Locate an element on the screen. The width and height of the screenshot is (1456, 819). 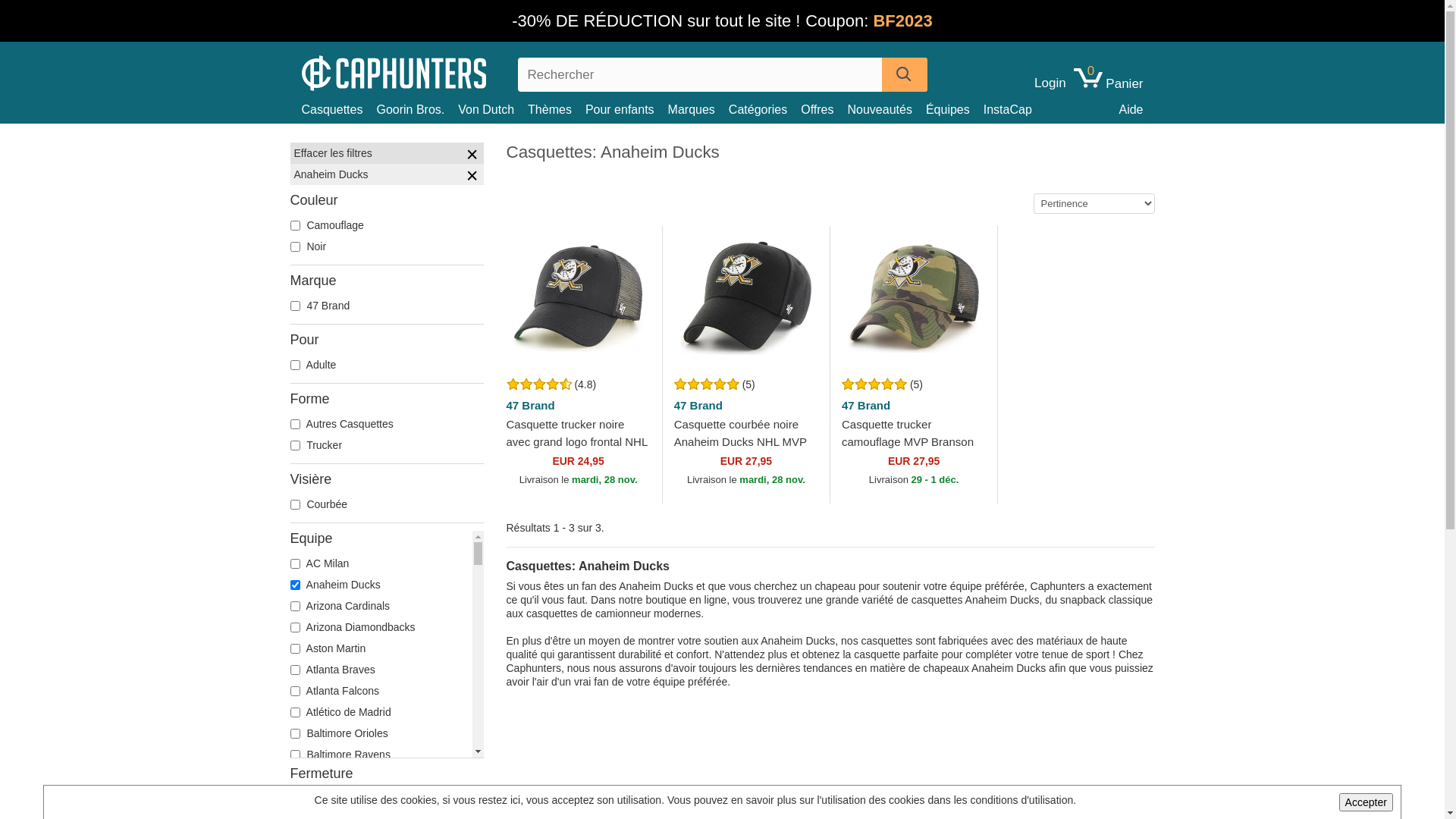
'Marques' is located at coordinates (667, 108).